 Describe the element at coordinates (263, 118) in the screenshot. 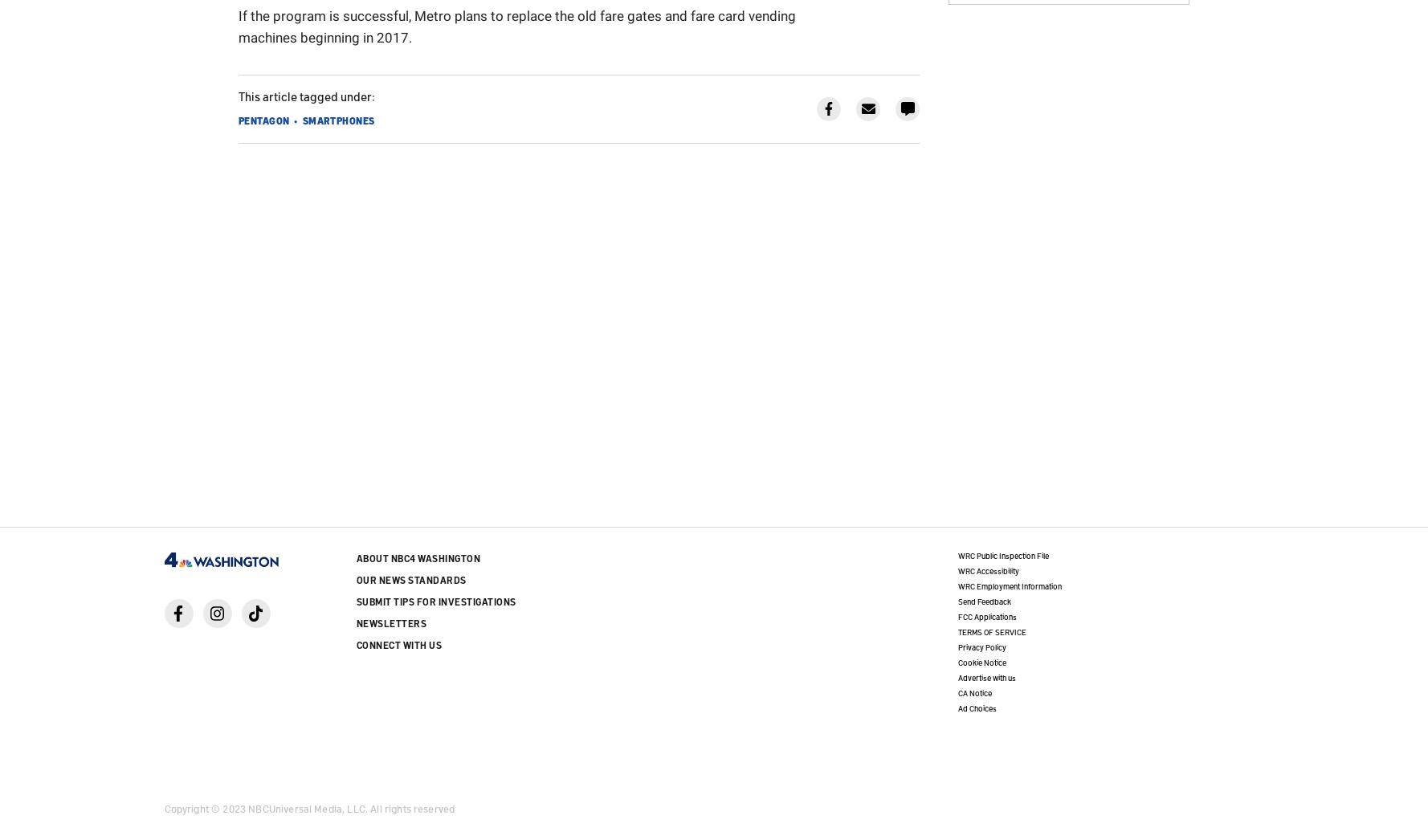

I see `'Pentagon'` at that location.